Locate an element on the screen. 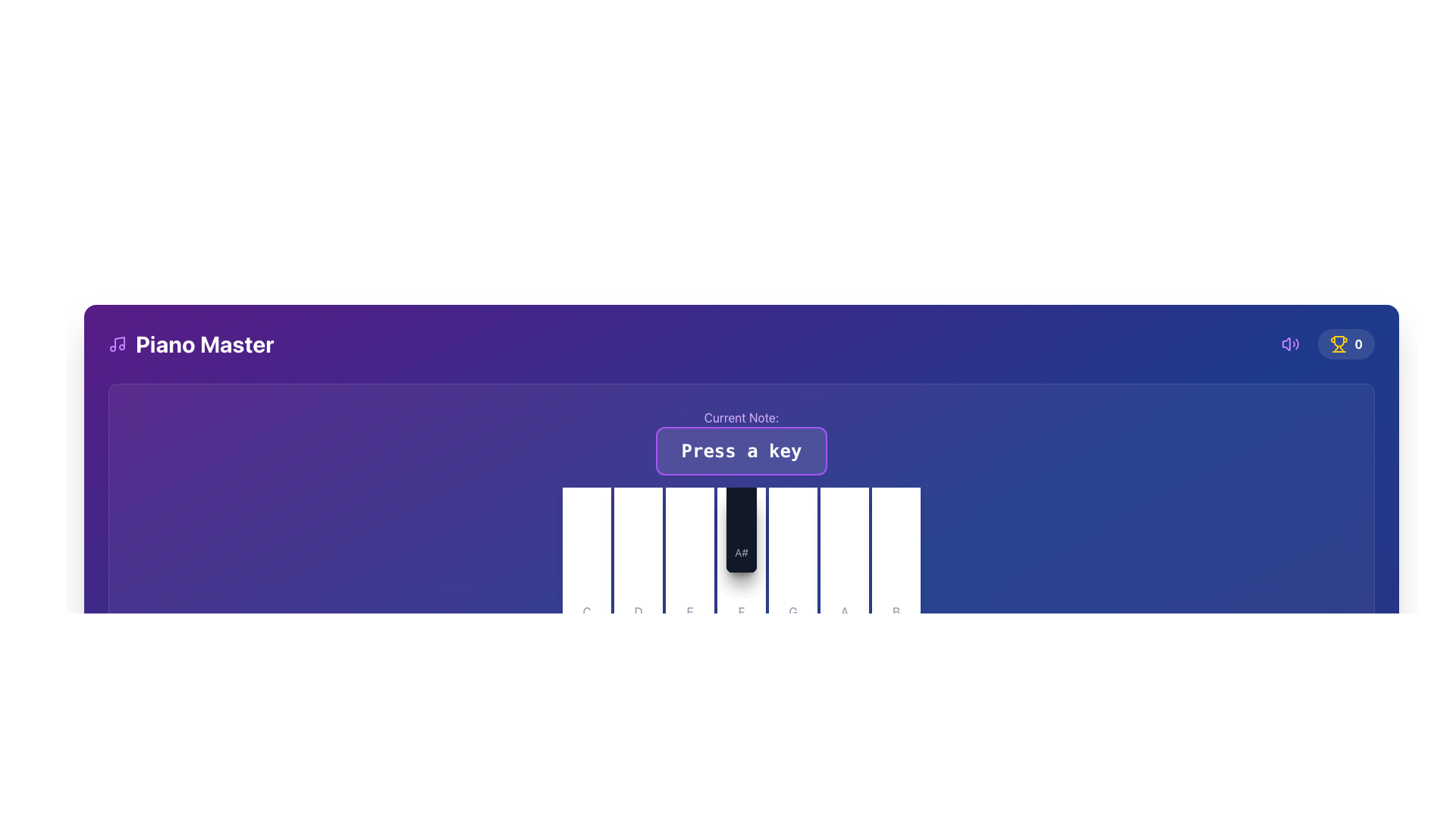 This screenshot has height=819, width=1456. the vector graphic representing a musical note within the purple-themed header layout, located to the left of the 'Piano Master' text is located at coordinates (119, 343).